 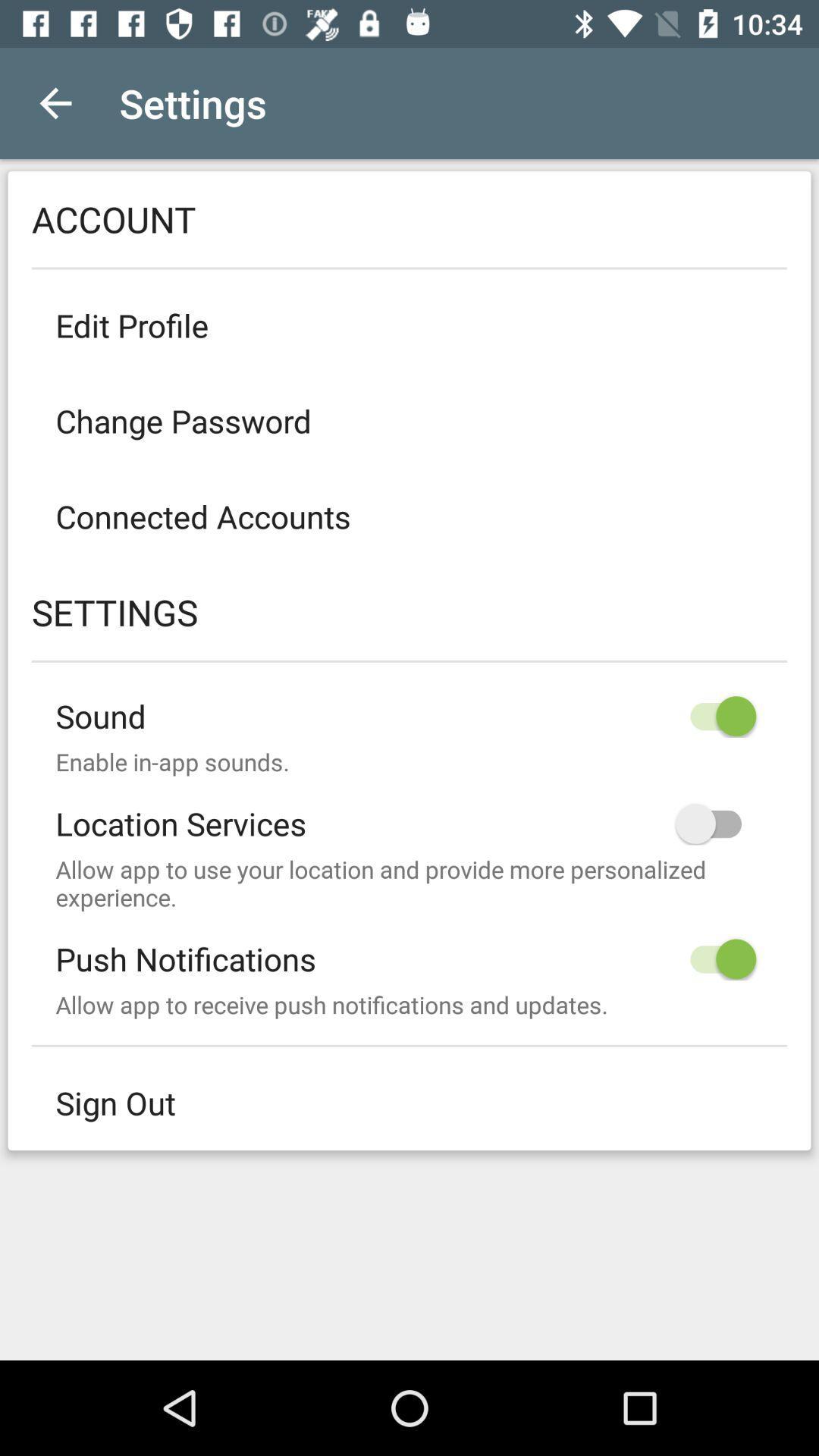 I want to click on location services item, so click(x=409, y=811).